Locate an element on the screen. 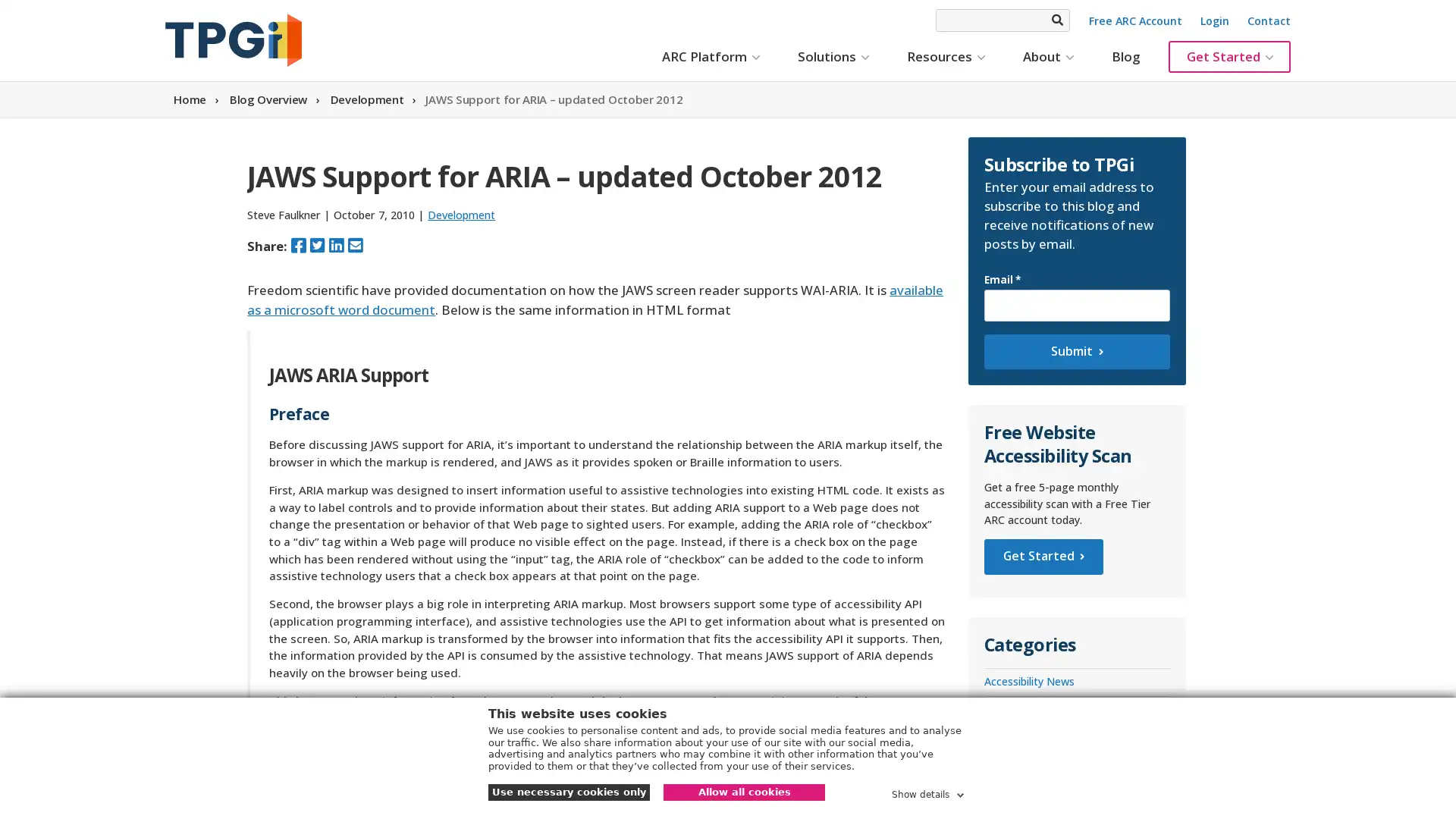 The height and width of the screenshot is (819, 1456). Submit is located at coordinates (1075, 351).